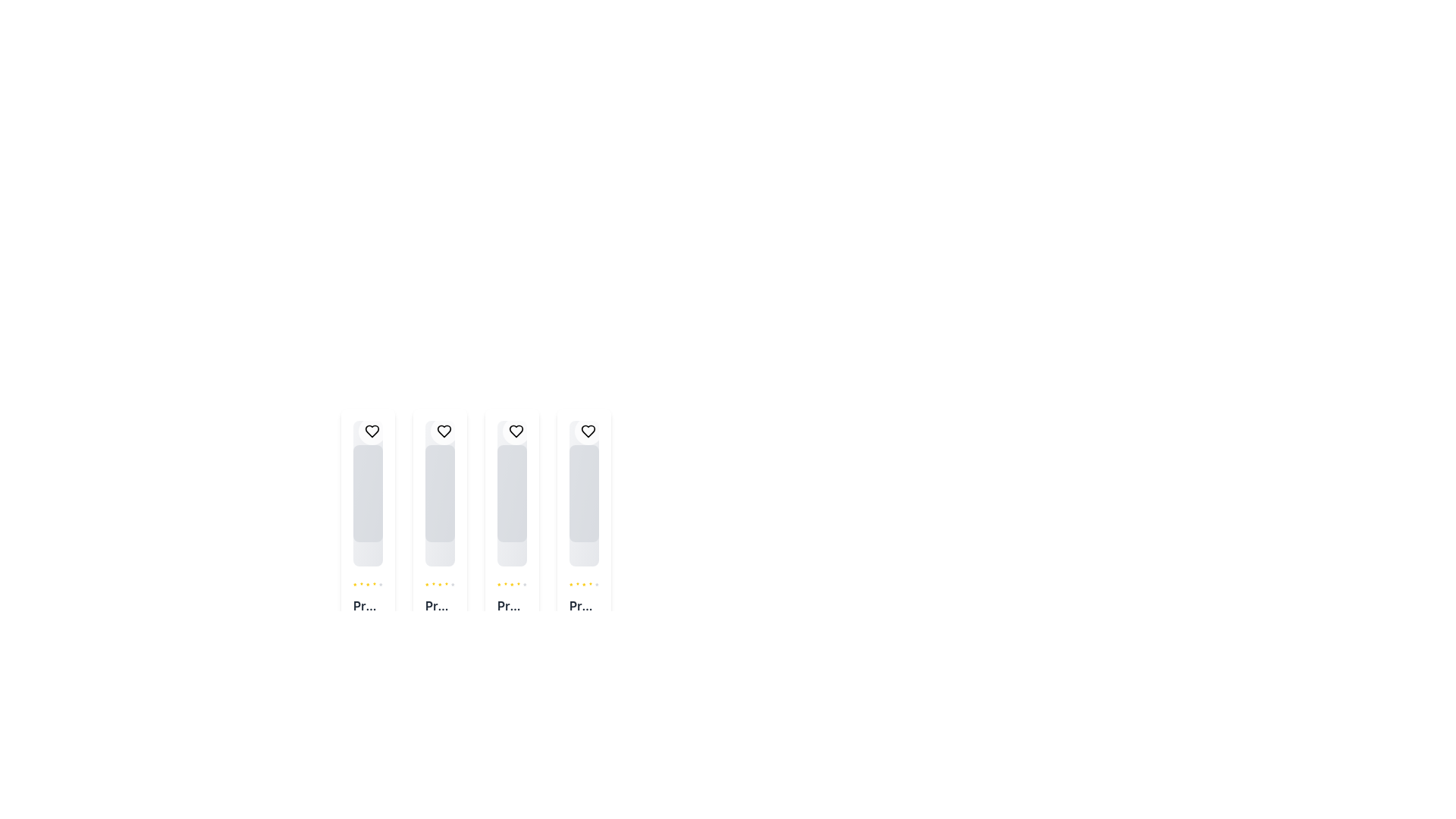 This screenshot has height=819, width=1456. I want to click on the product name in the fourth column of the product grid, so click(512, 623).